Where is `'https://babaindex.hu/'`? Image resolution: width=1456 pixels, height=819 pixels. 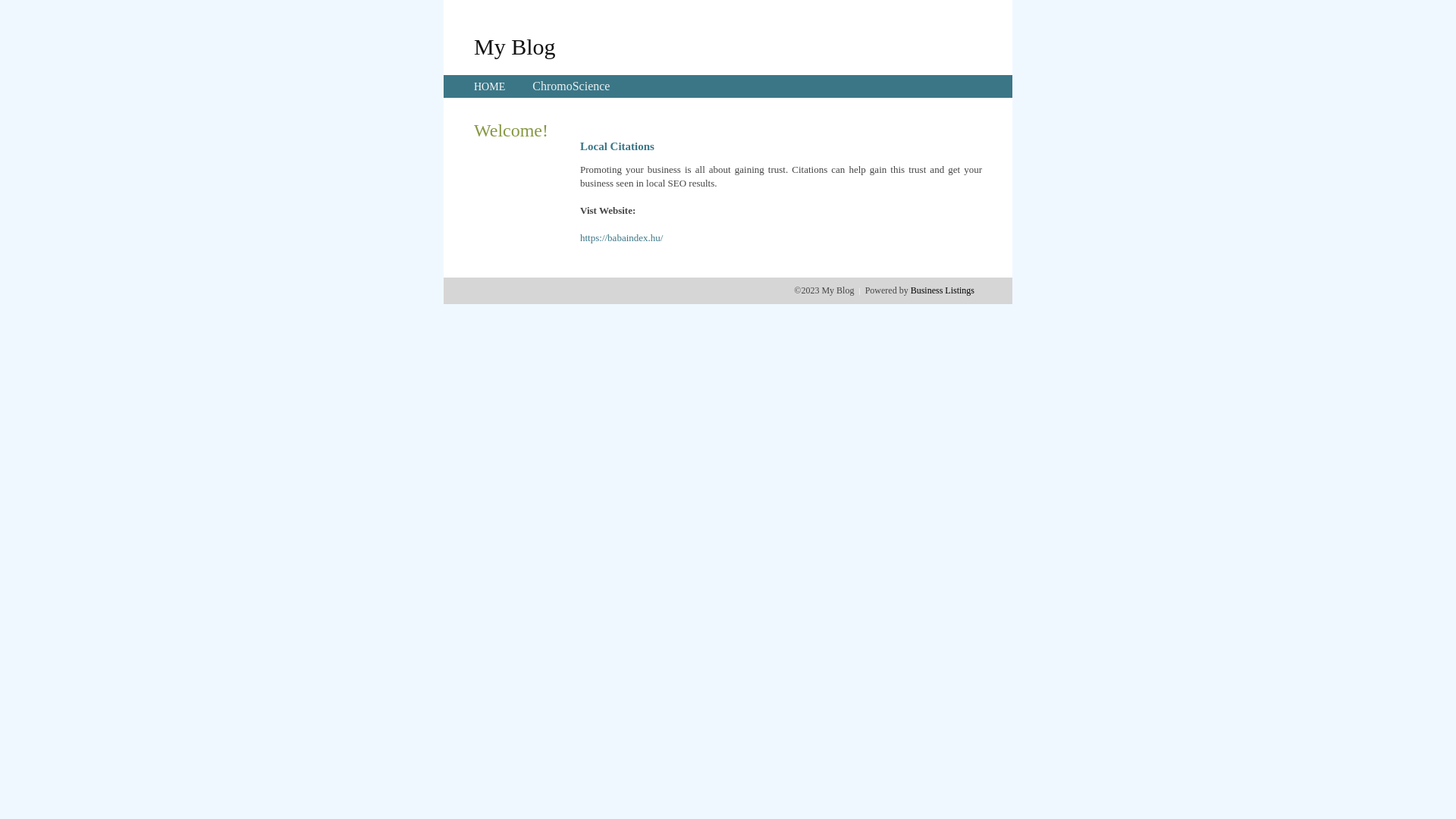
'https://babaindex.hu/' is located at coordinates (621, 237).